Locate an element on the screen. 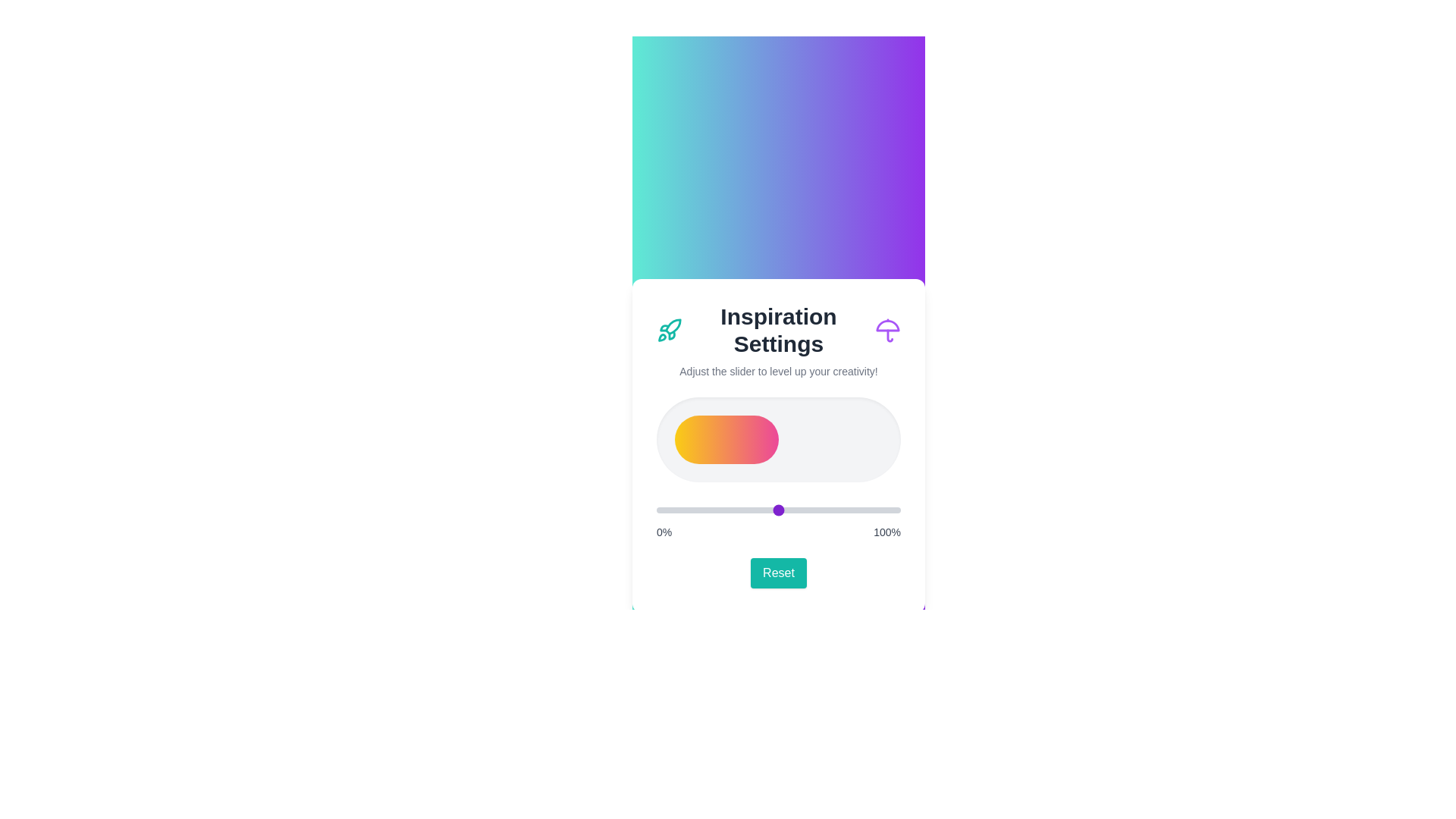 This screenshot has width=1456, height=819. the umbrella icon is located at coordinates (888, 329).